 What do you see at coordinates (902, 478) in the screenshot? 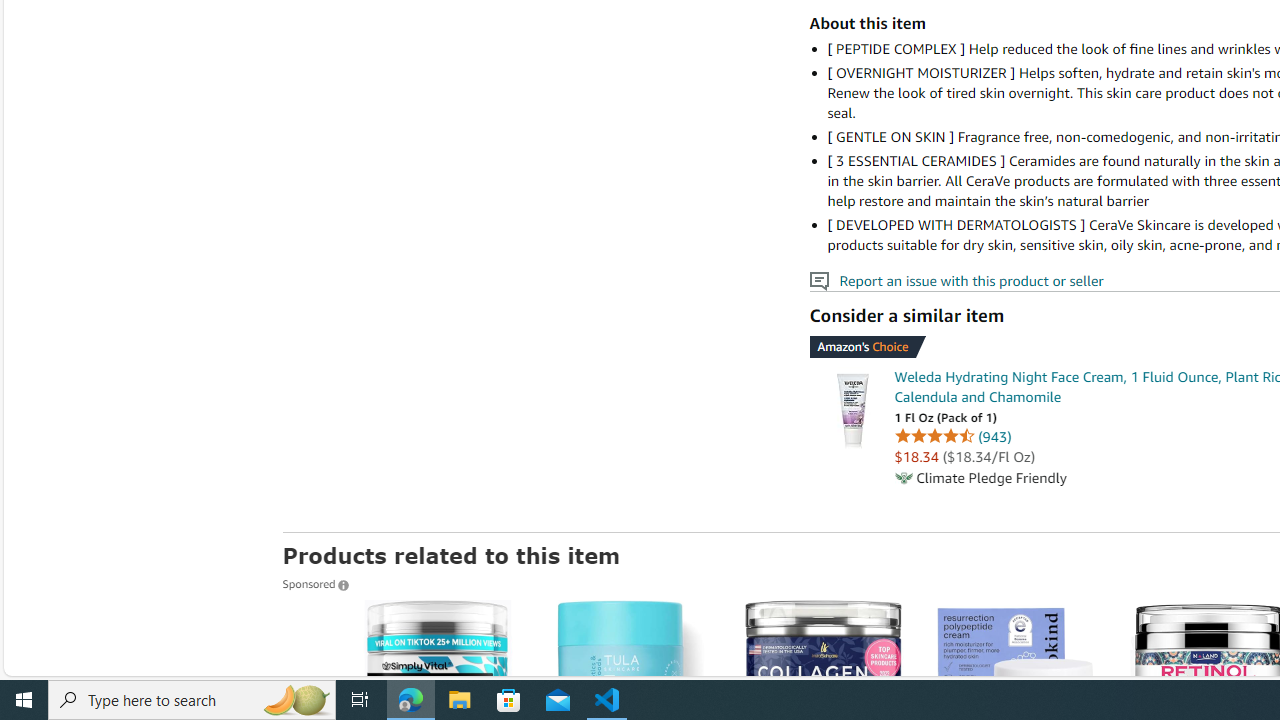
I see `'Climate Pledge Friendly'` at bounding box center [902, 478].